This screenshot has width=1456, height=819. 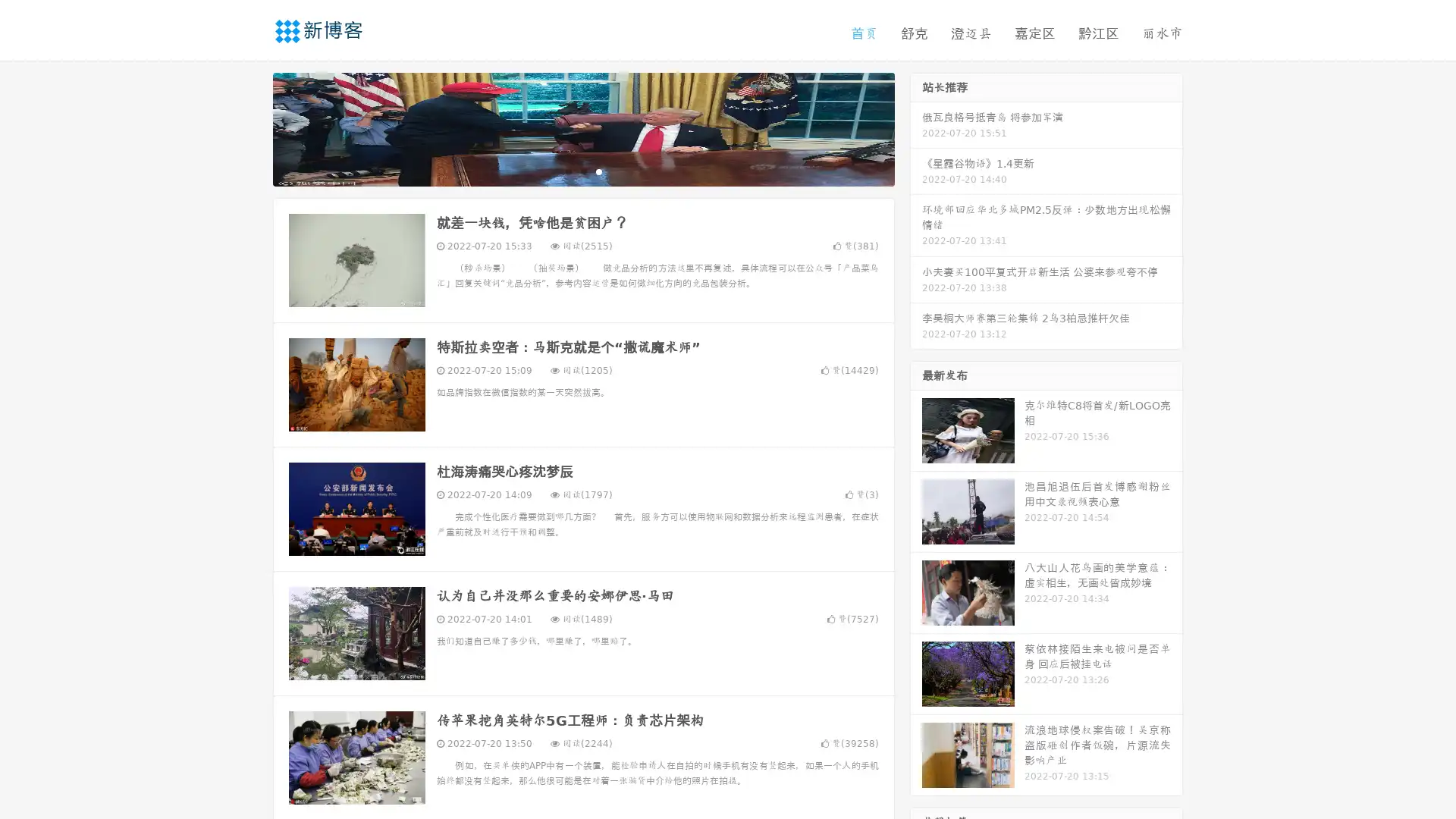 What do you see at coordinates (598, 171) in the screenshot?
I see `Go to slide 3` at bounding box center [598, 171].